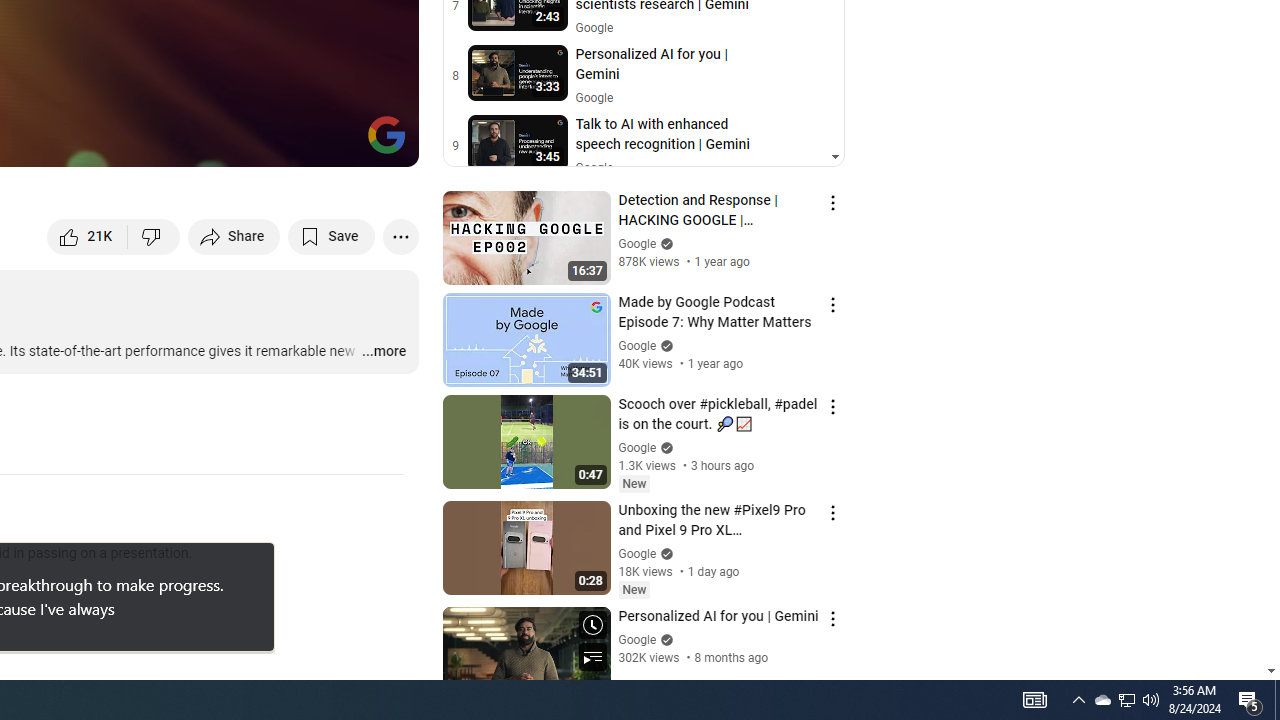 This screenshot has width=1280, height=720. I want to click on 'More actions', so click(400, 235).